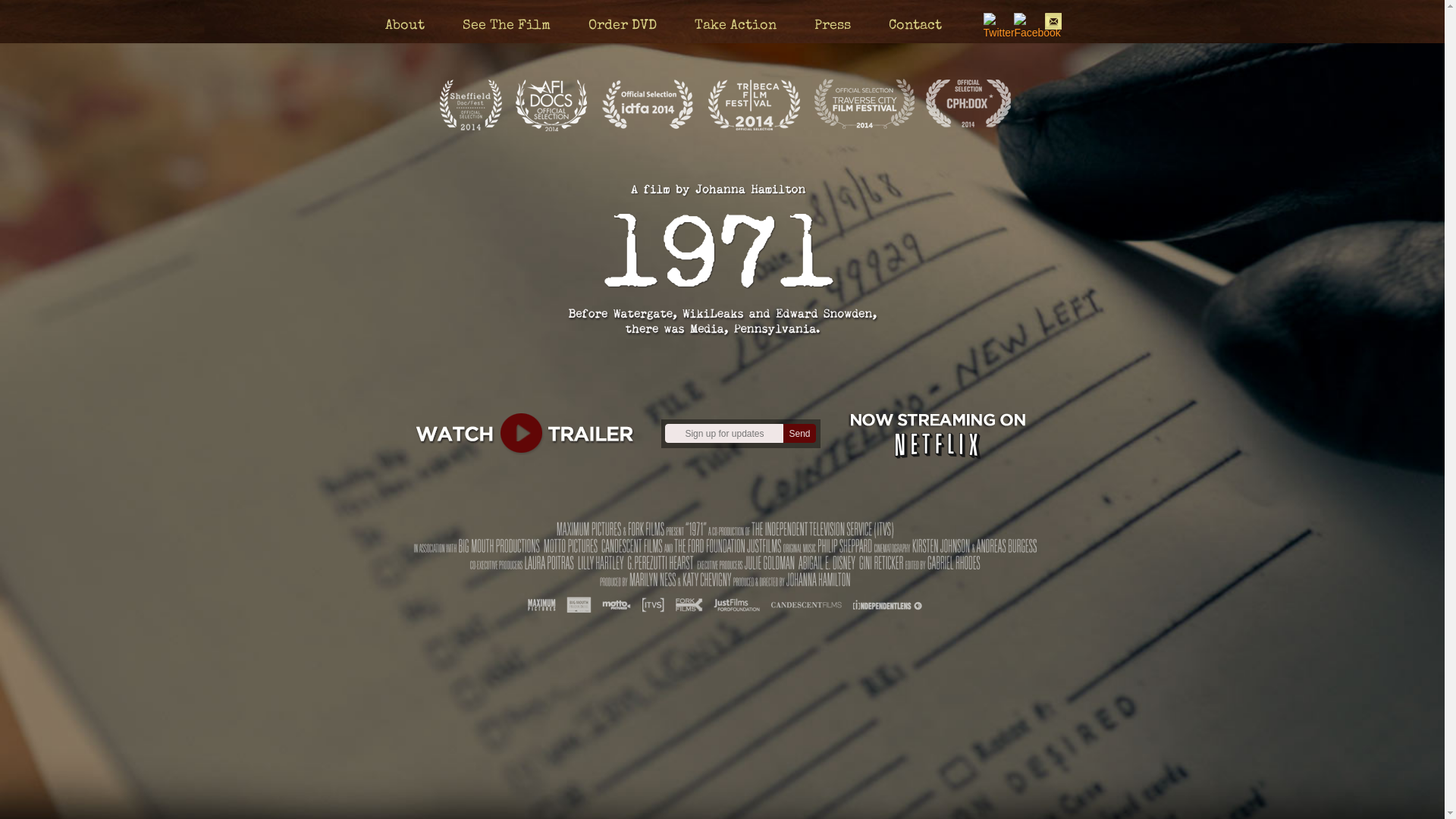  What do you see at coordinates (622, 26) in the screenshot?
I see `'Order DVD'` at bounding box center [622, 26].